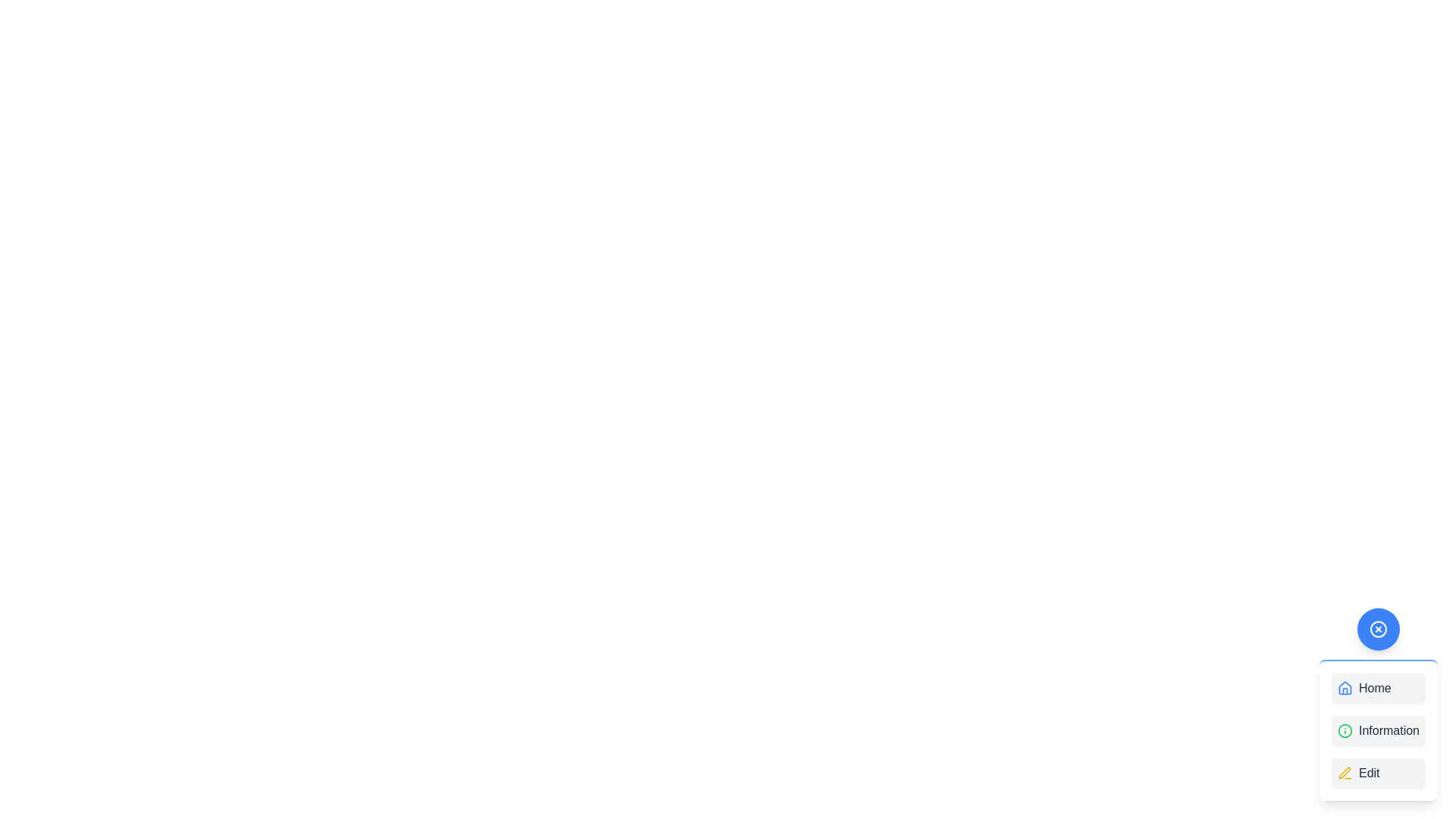 The image size is (1456, 819). I want to click on the 'Home' icon graphic located at the top-left corner of the menu, so click(1345, 688).